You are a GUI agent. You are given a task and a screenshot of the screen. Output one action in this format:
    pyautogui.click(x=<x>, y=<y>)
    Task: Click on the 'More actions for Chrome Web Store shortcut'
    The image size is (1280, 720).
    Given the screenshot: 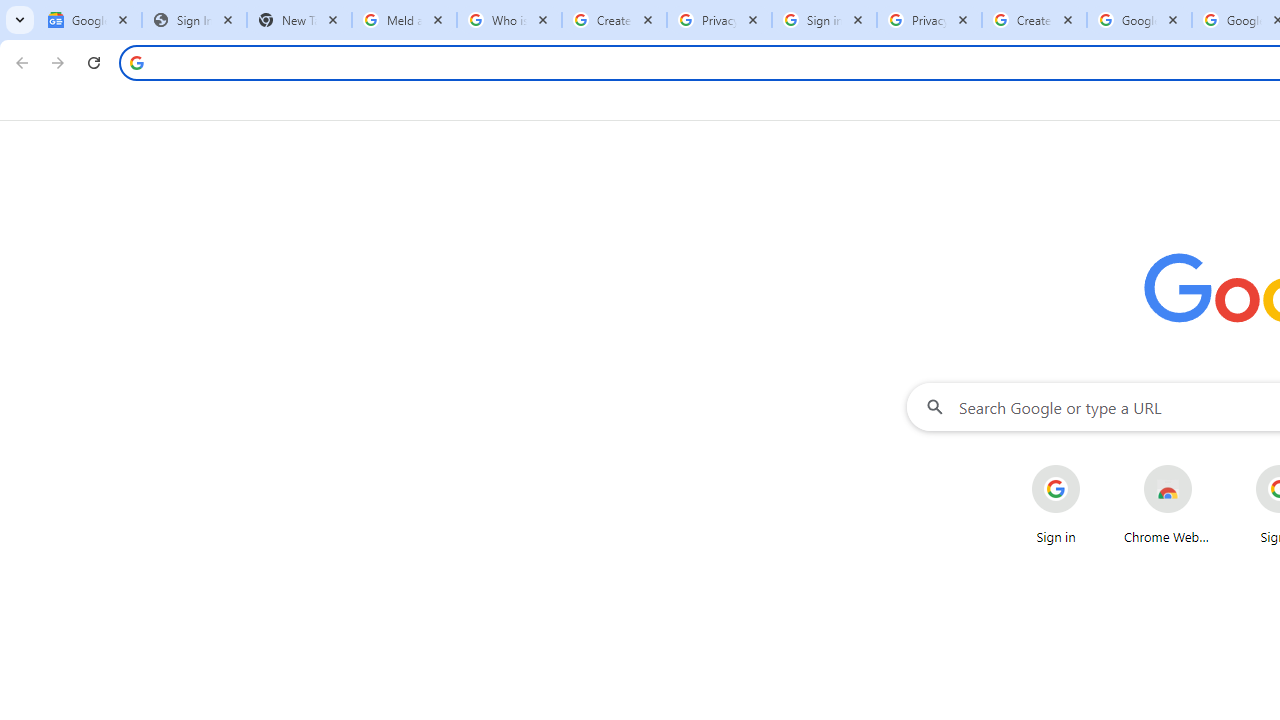 What is the action you would take?
    pyautogui.click(x=1207, y=466)
    